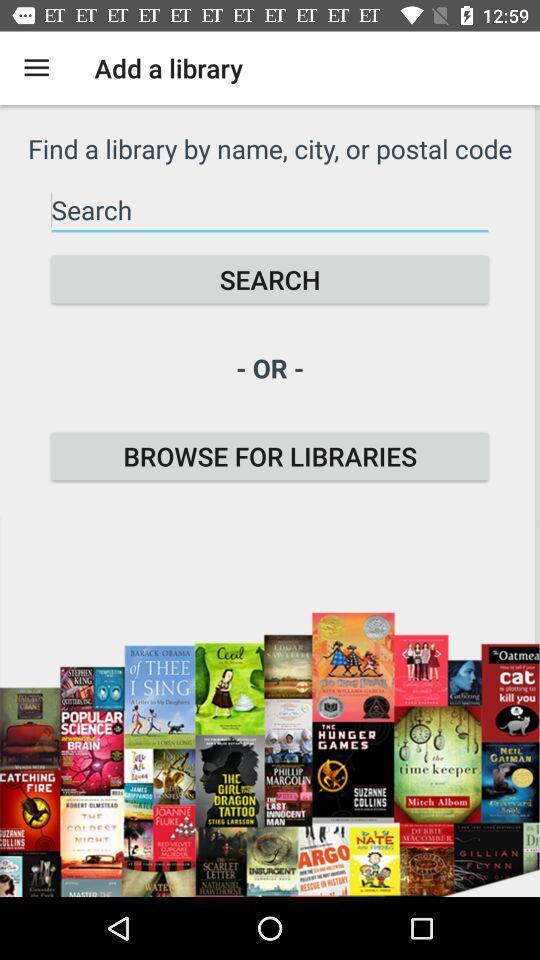 The image size is (540, 960). I want to click on browse for libraries icon, so click(270, 456).